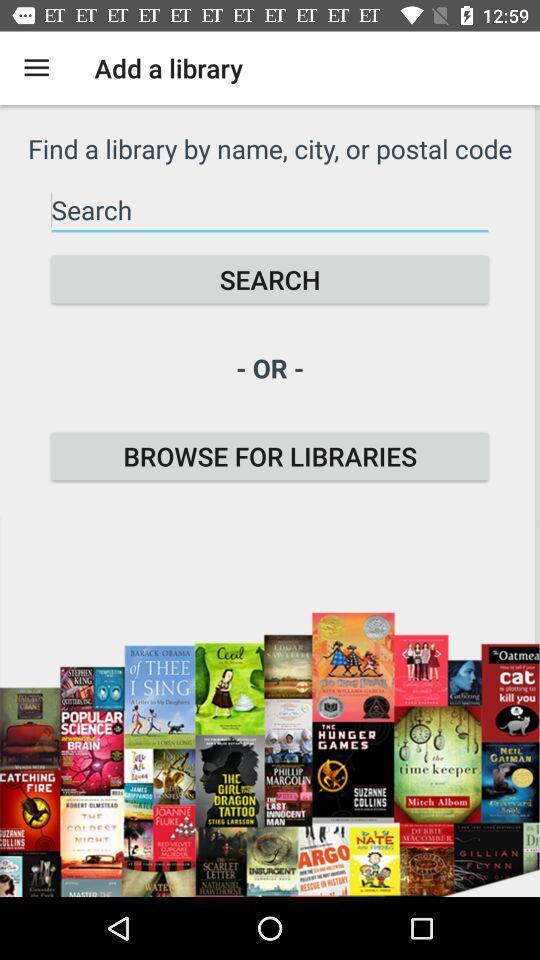 The image size is (540, 960). I want to click on browse for libraries icon, so click(270, 456).